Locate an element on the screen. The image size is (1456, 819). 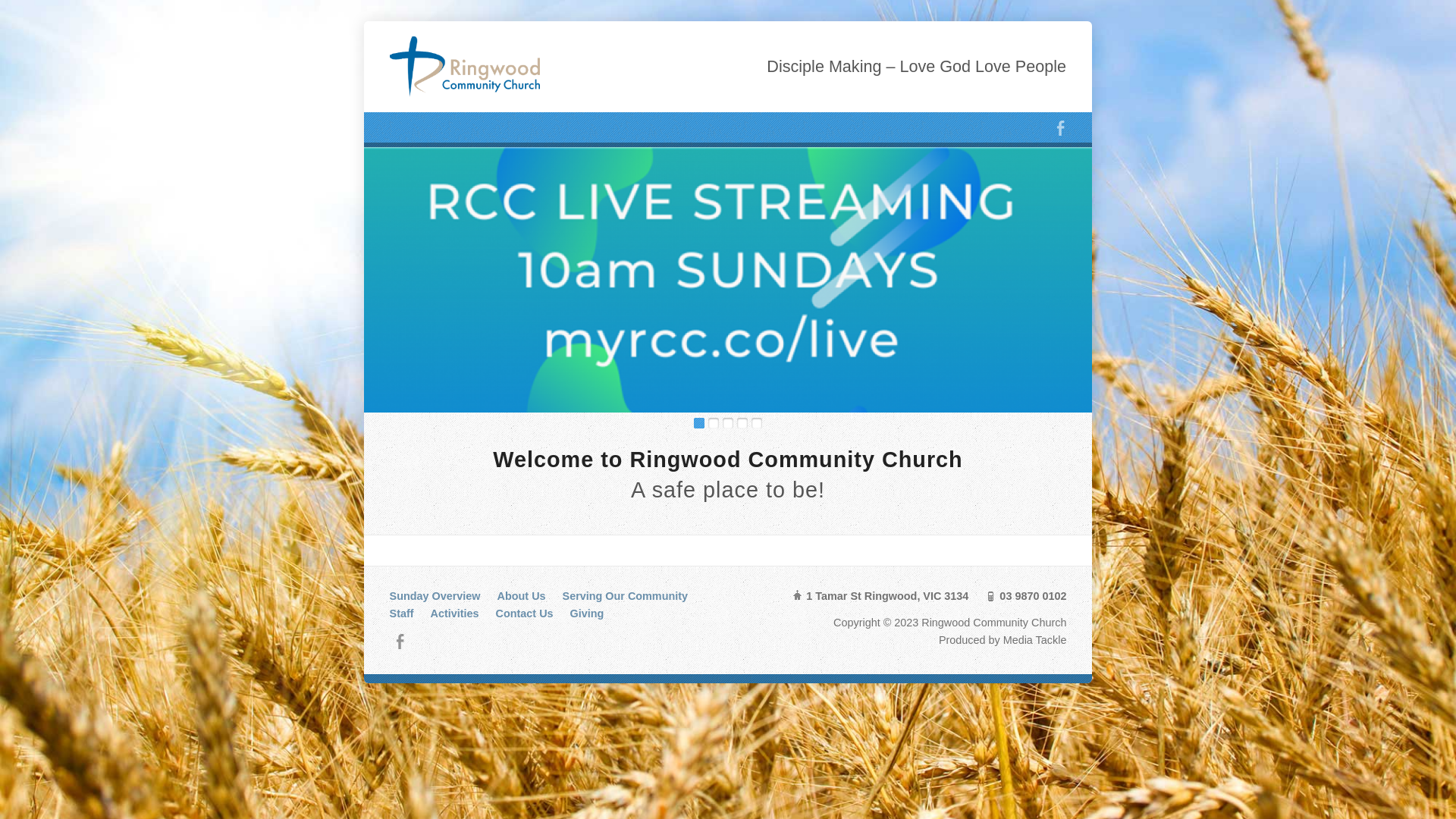
'1' is located at coordinates (698, 423).